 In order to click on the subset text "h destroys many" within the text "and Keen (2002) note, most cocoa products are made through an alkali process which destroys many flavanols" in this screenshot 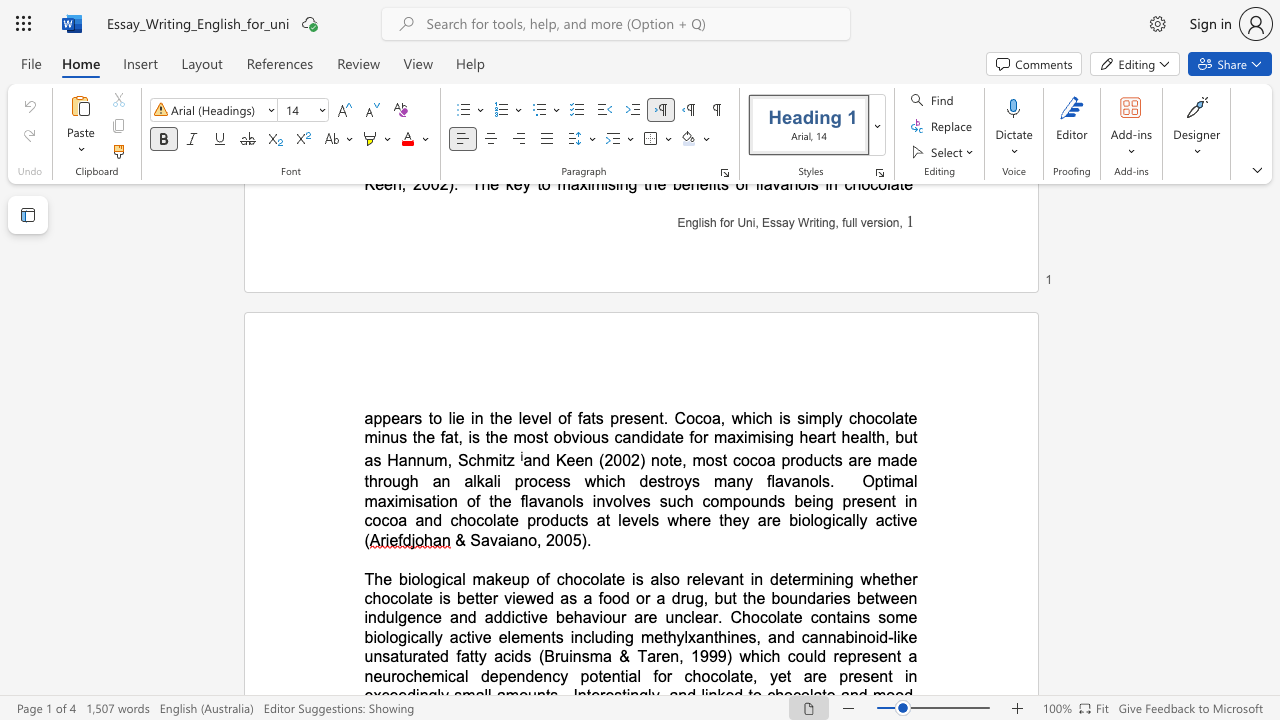, I will do `click(615, 481)`.